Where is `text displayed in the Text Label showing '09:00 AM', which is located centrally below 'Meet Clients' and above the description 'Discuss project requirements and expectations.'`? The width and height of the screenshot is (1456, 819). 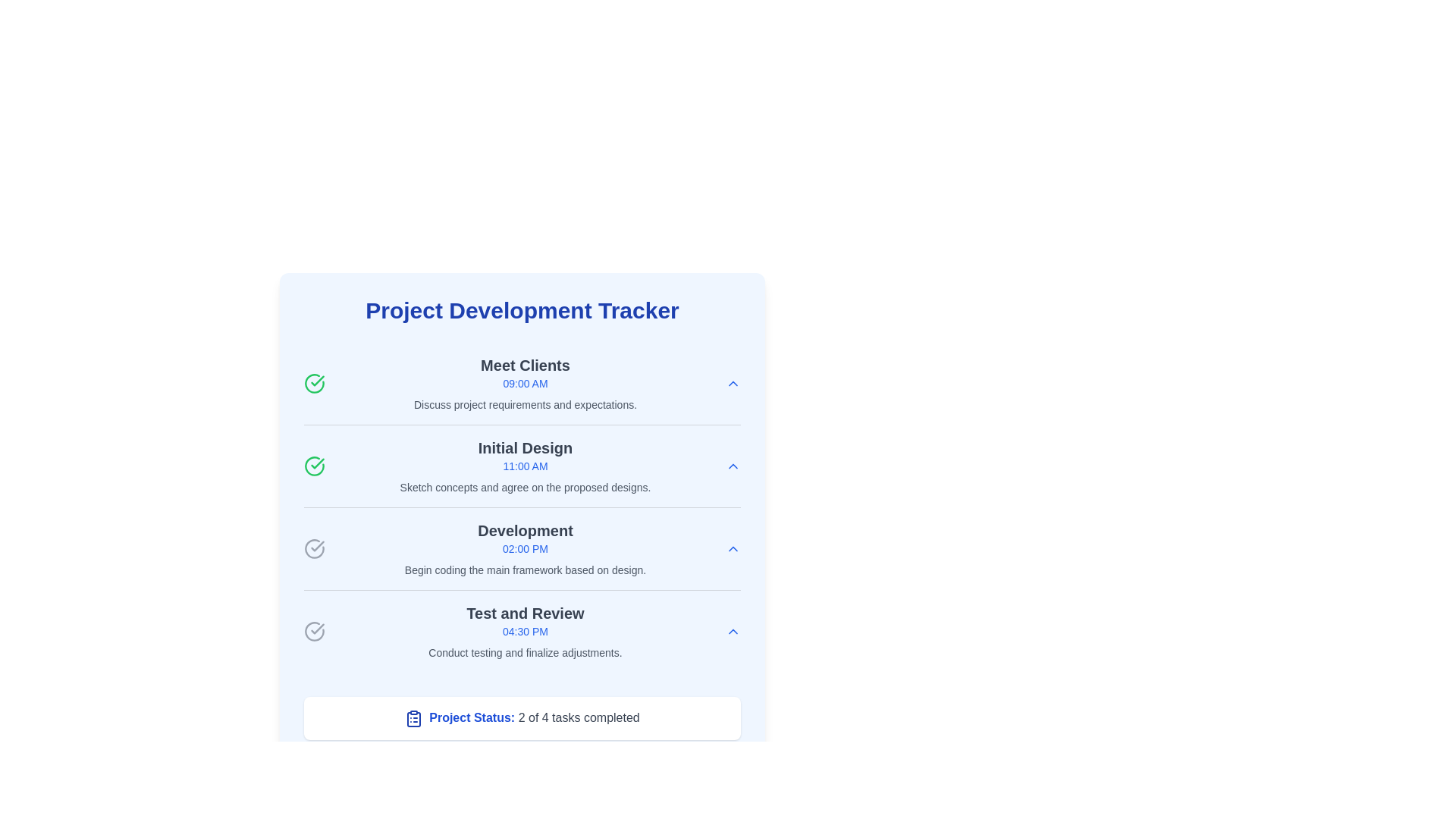
text displayed in the Text Label showing '09:00 AM', which is located centrally below 'Meet Clients' and above the description 'Discuss project requirements and expectations.' is located at coordinates (525, 382).